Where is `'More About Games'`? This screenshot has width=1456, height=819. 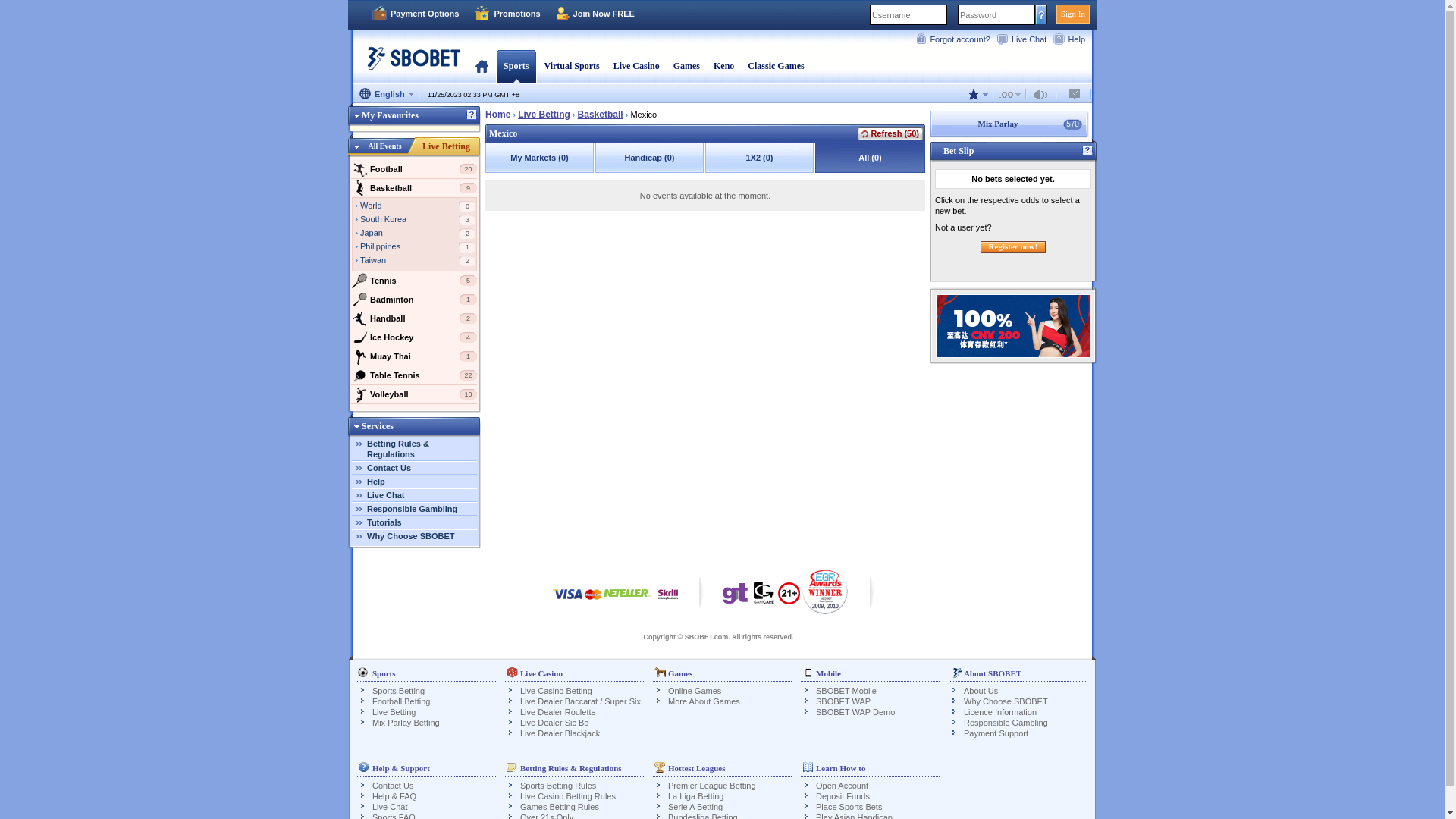
'More About Games' is located at coordinates (703, 701).